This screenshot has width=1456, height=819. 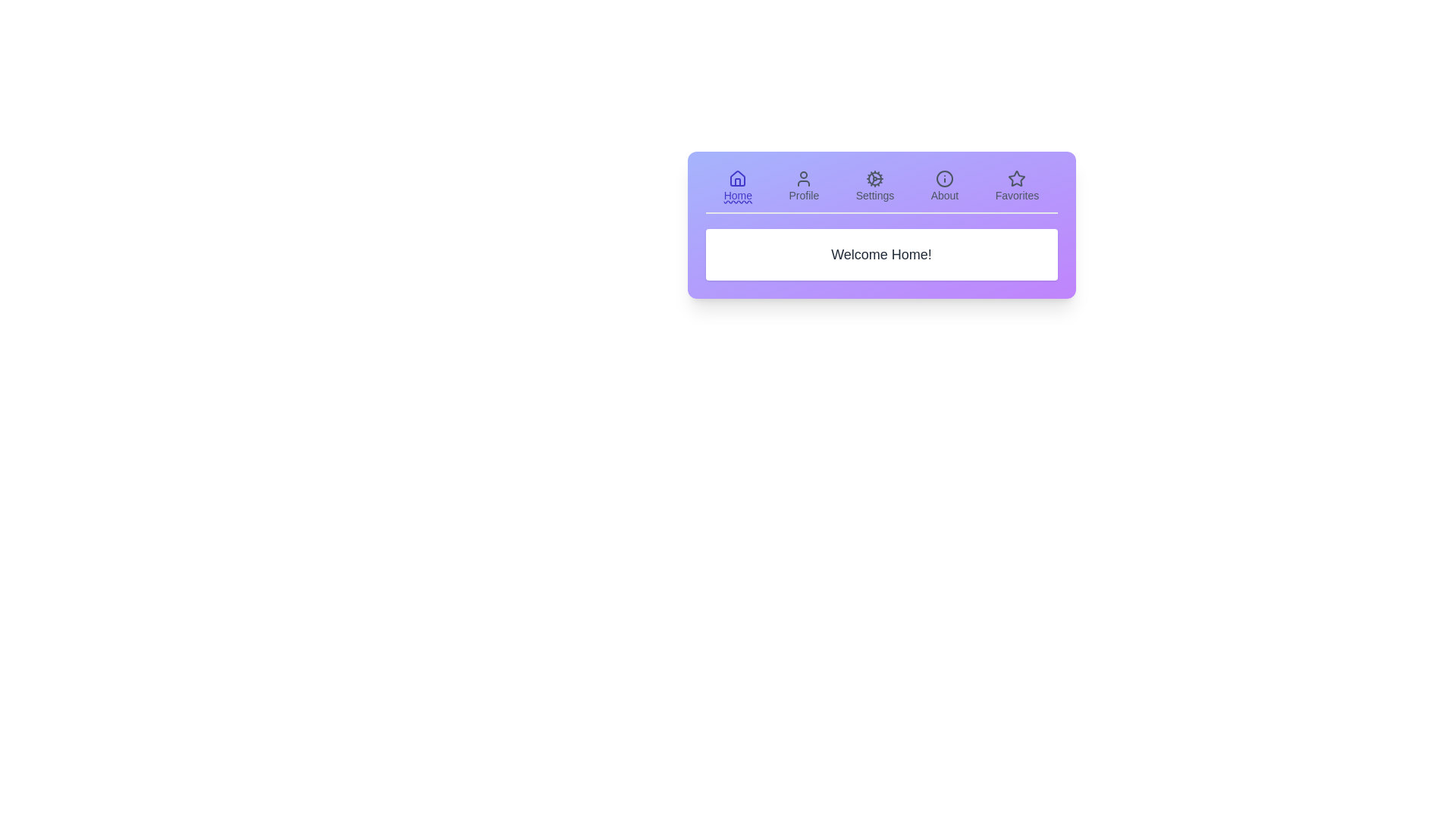 What do you see at coordinates (874, 186) in the screenshot?
I see `the tab labeled Settings to switch to it` at bounding box center [874, 186].